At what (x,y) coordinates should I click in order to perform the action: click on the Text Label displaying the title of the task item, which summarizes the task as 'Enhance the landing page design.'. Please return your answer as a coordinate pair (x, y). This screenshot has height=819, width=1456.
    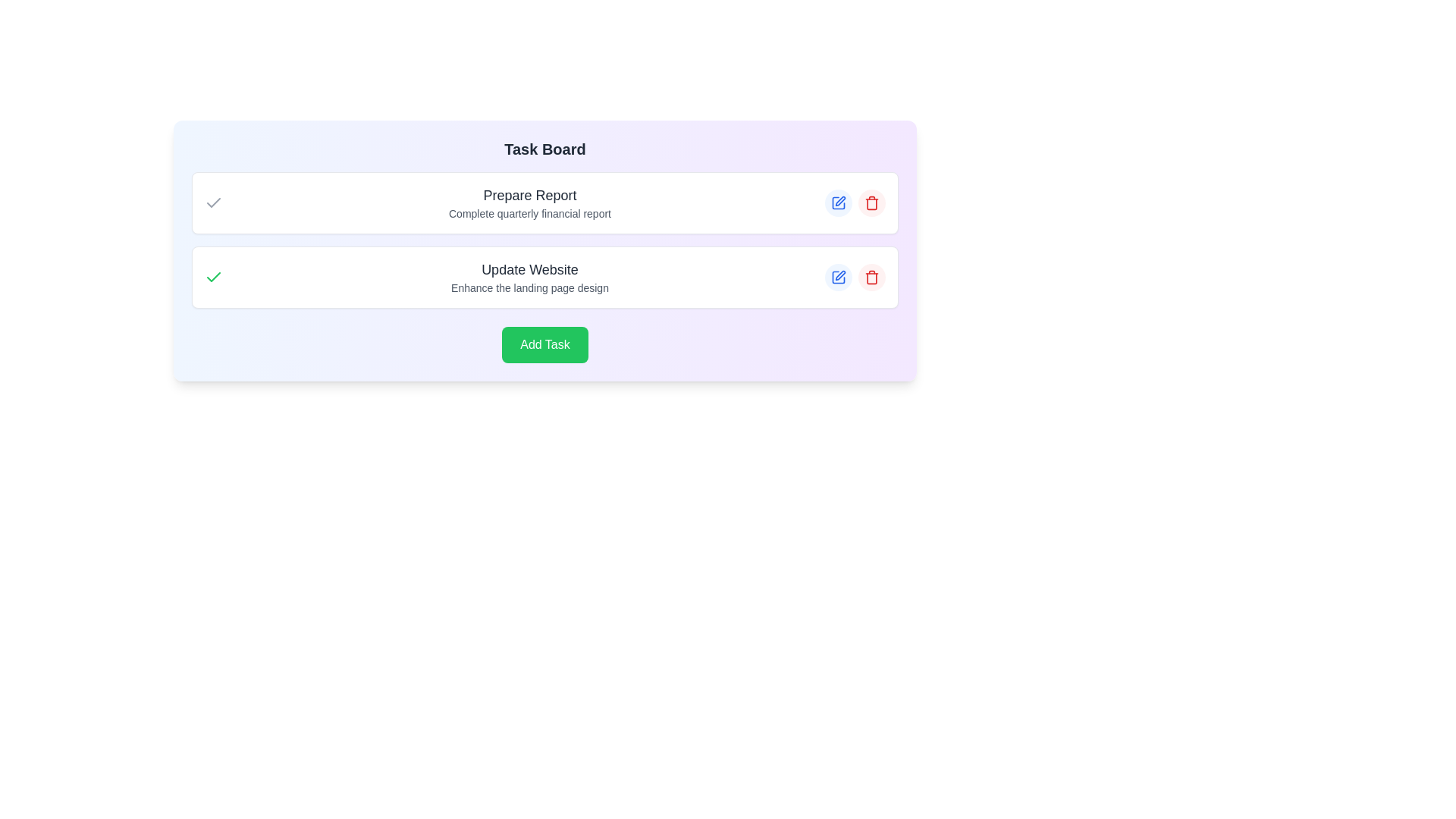
    Looking at the image, I should click on (530, 268).